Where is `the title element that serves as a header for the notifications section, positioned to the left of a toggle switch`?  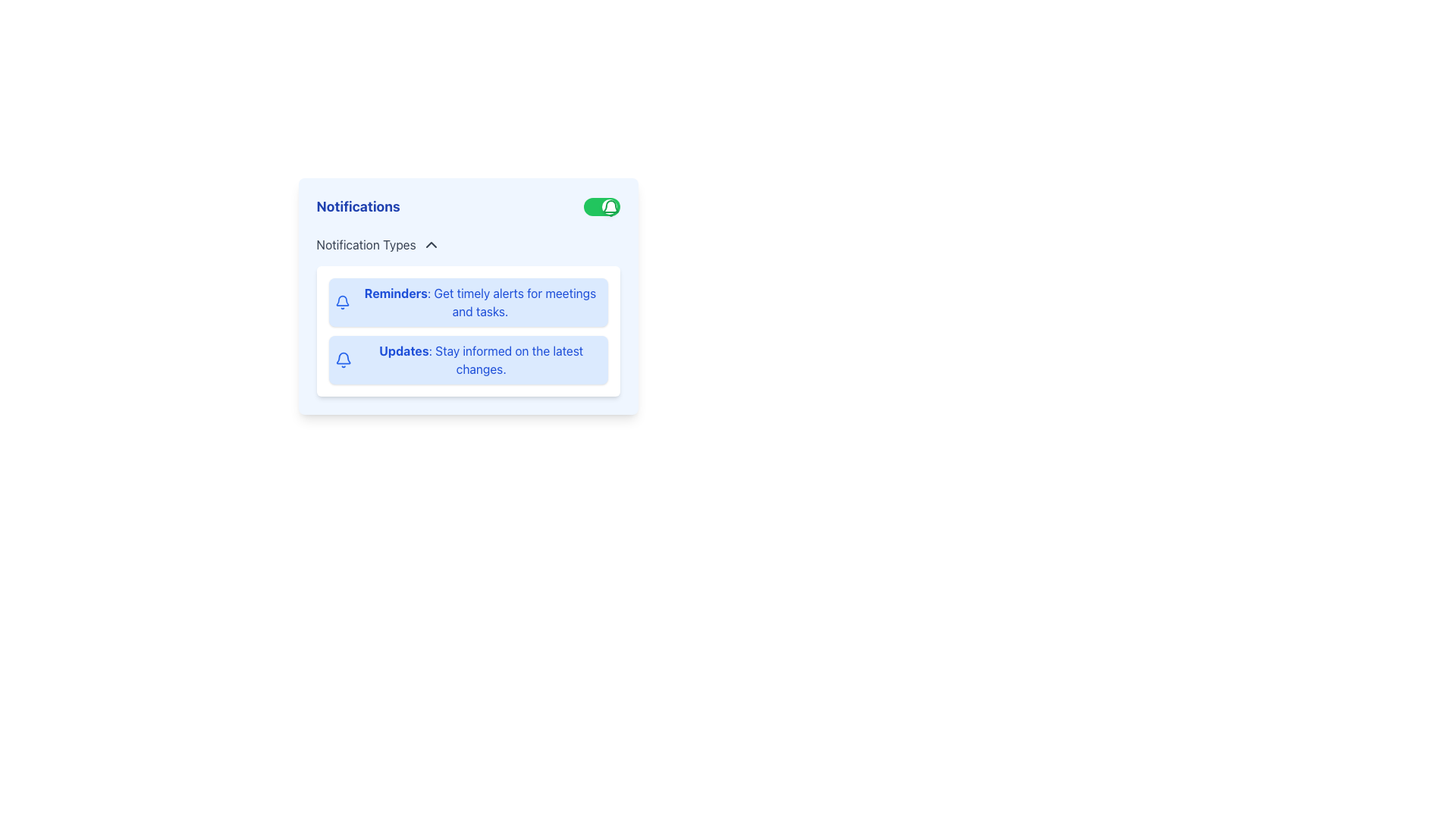 the title element that serves as a header for the notifications section, positioned to the left of a toggle switch is located at coordinates (357, 207).